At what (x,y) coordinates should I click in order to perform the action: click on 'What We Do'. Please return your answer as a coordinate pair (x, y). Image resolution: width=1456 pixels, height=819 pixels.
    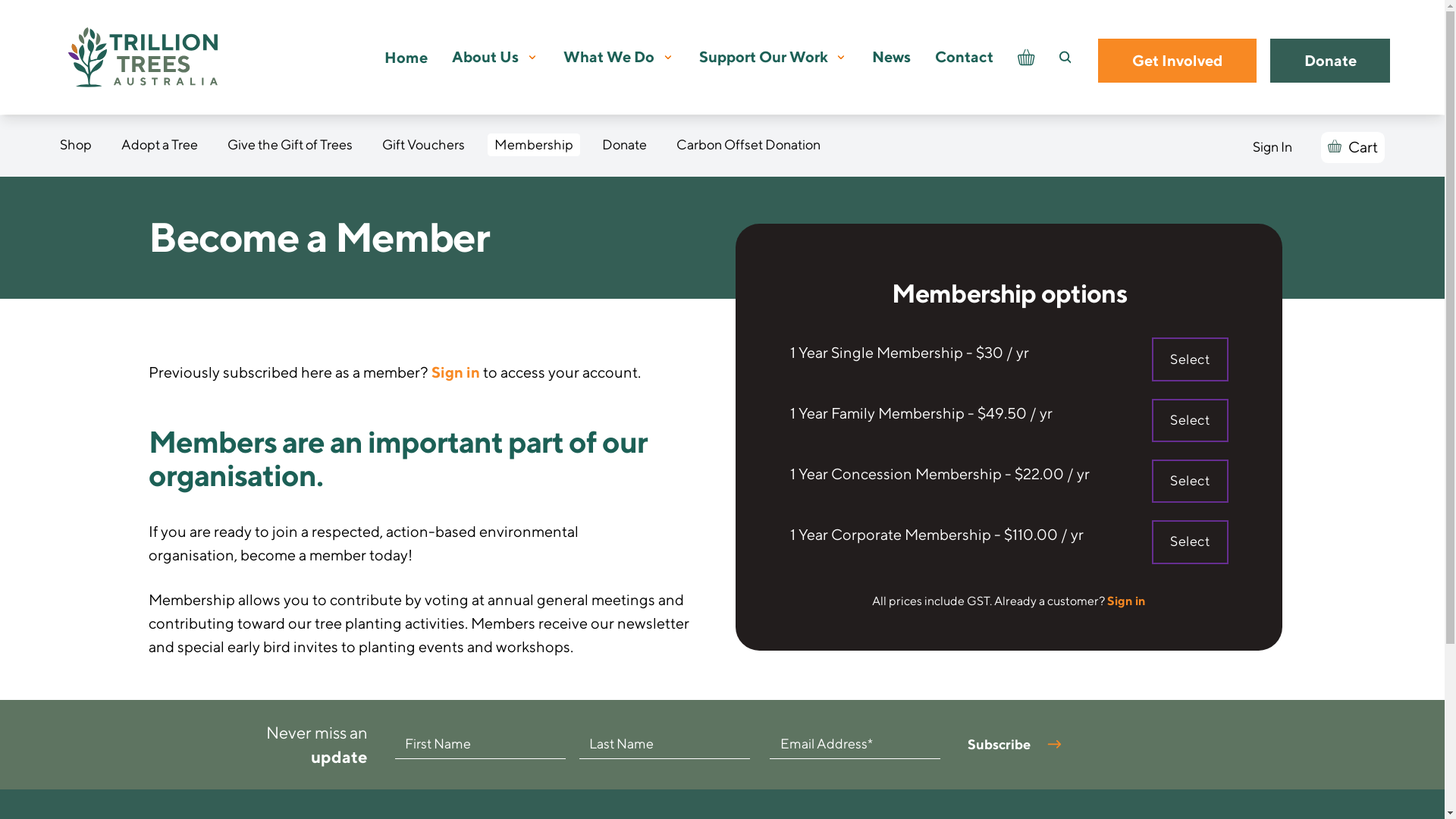
    Looking at the image, I should click on (608, 56).